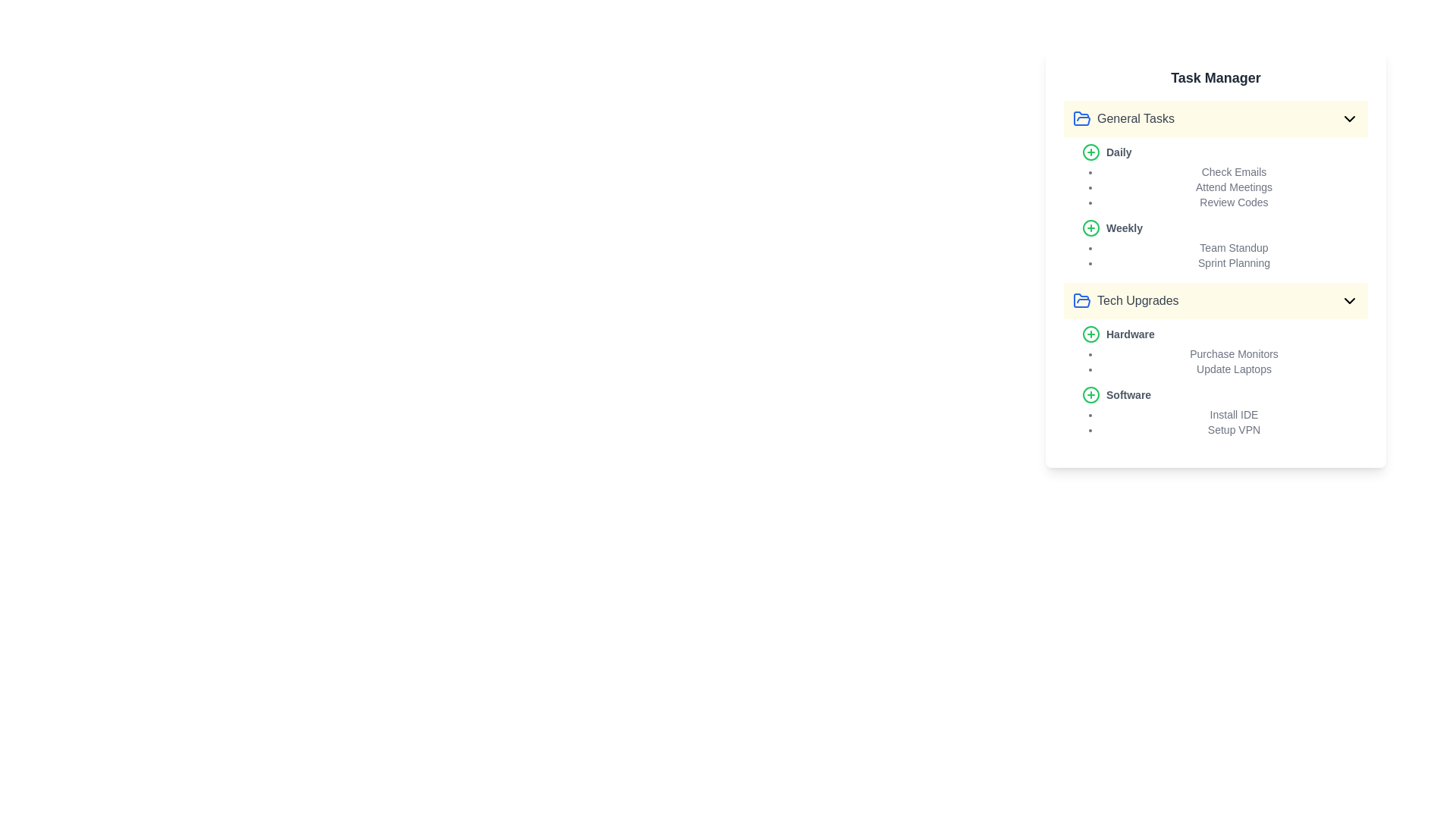  What do you see at coordinates (1081, 301) in the screenshot?
I see `the blue folder icon as a category indicator, which is located to the left of the 'Tech Upgrades' text in the sidebar` at bounding box center [1081, 301].